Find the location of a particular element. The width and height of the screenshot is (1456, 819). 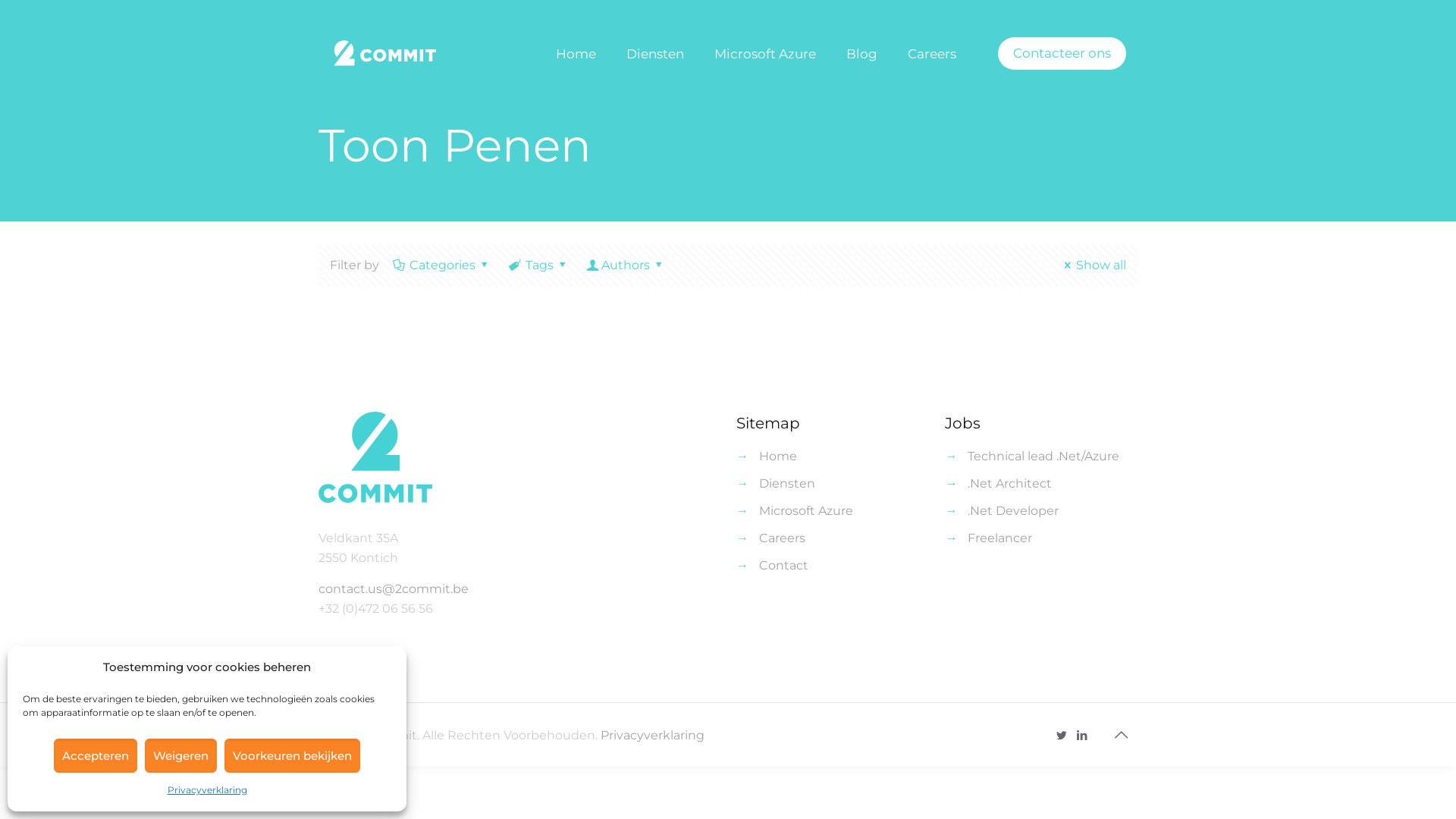

'LinkedIn' is located at coordinates (1081, 734).